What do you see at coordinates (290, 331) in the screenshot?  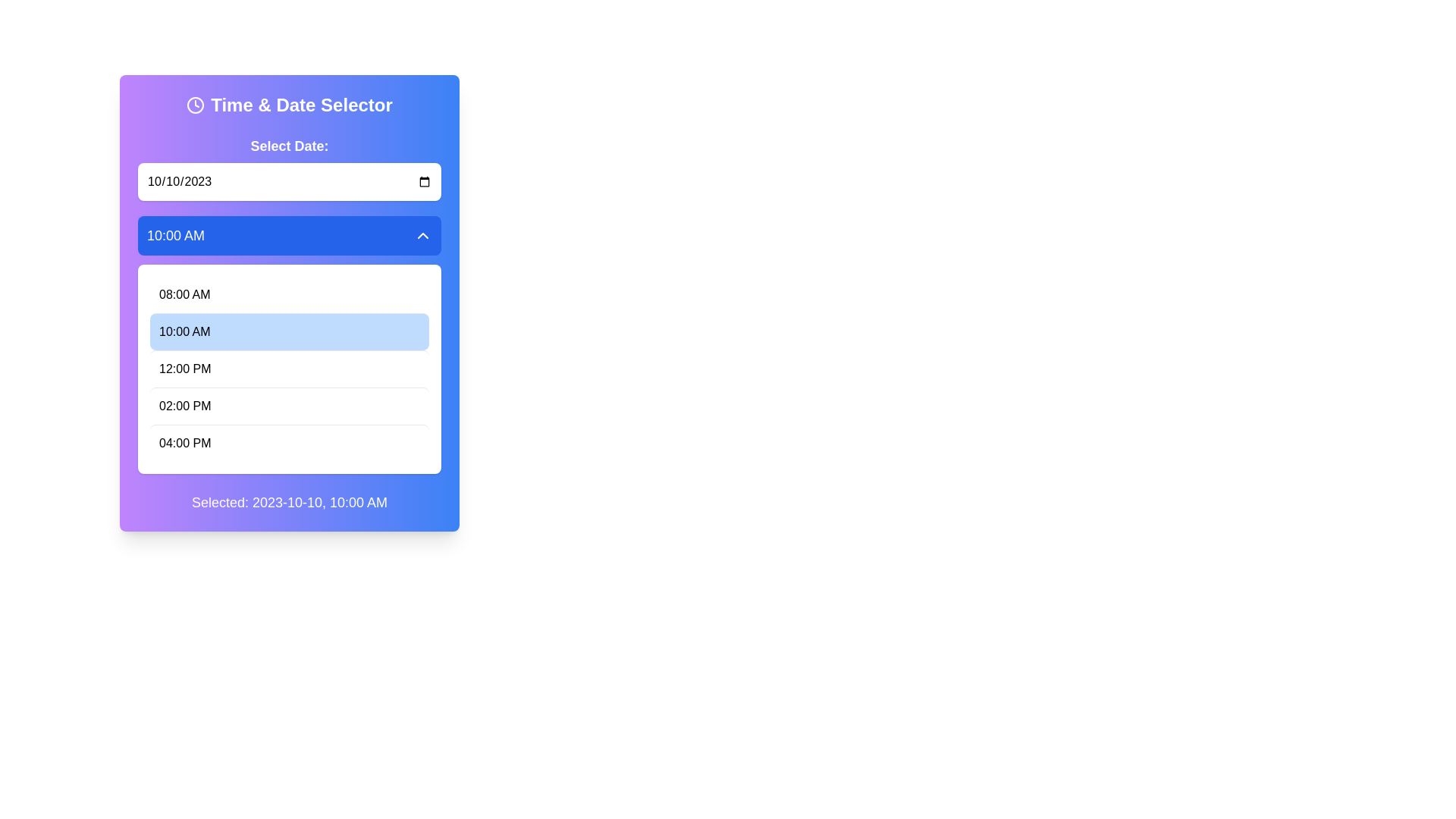 I see `the selectable list item element displaying '10:00 AM'` at bounding box center [290, 331].